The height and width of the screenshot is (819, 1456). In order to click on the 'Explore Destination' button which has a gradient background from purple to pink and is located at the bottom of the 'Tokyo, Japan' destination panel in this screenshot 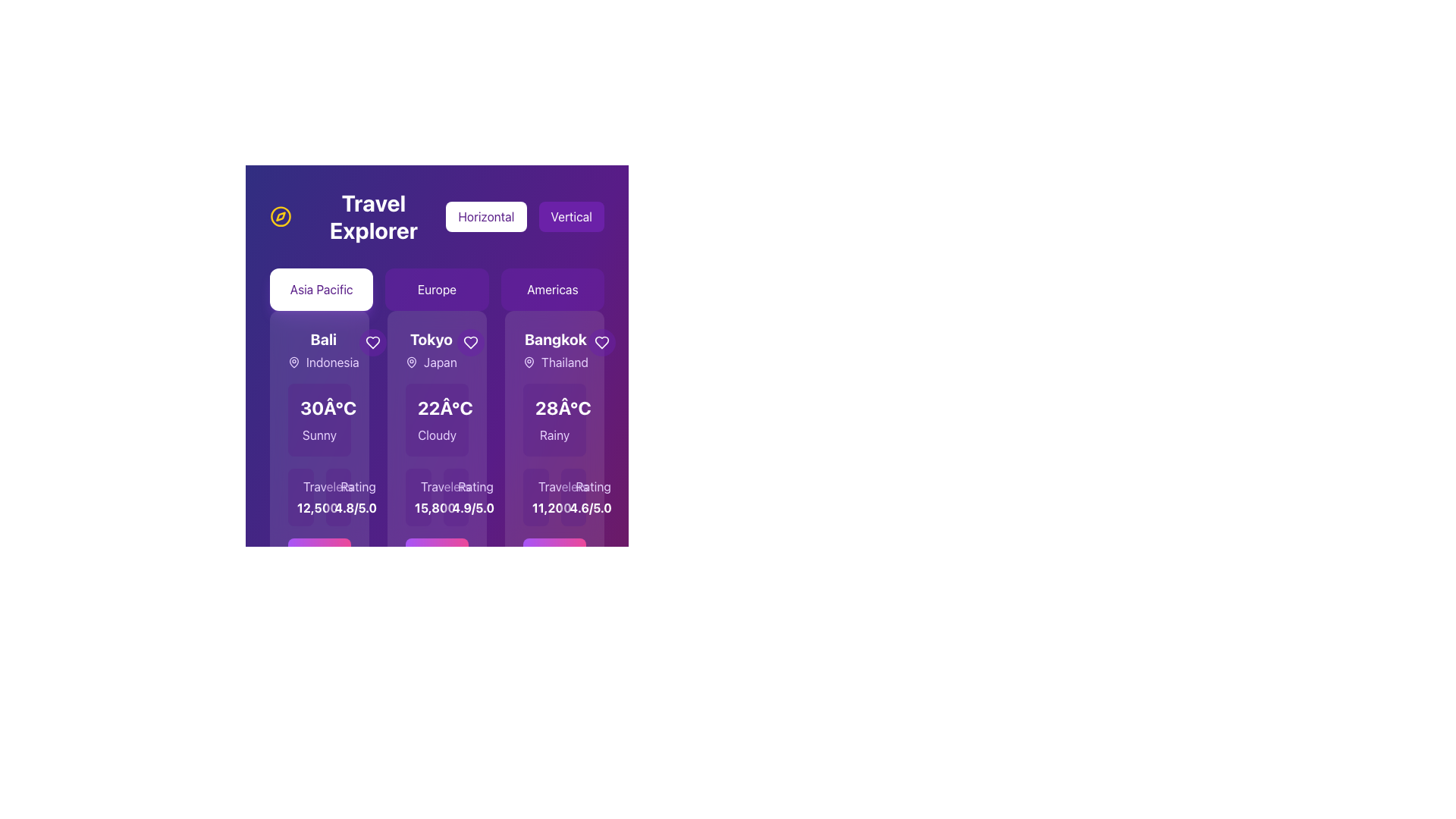, I will do `click(436, 565)`.